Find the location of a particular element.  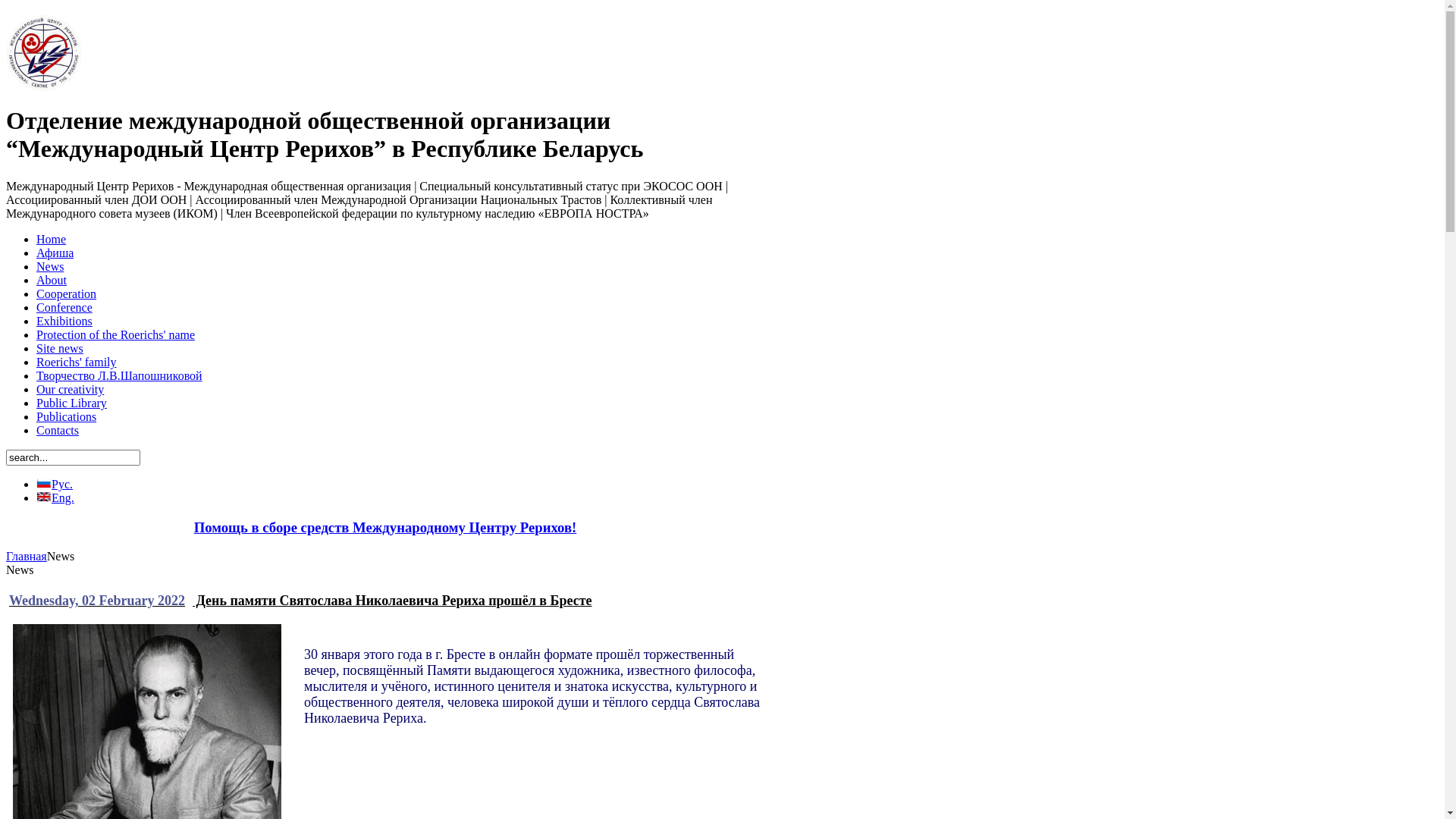

'Public Library' is located at coordinates (36, 402).